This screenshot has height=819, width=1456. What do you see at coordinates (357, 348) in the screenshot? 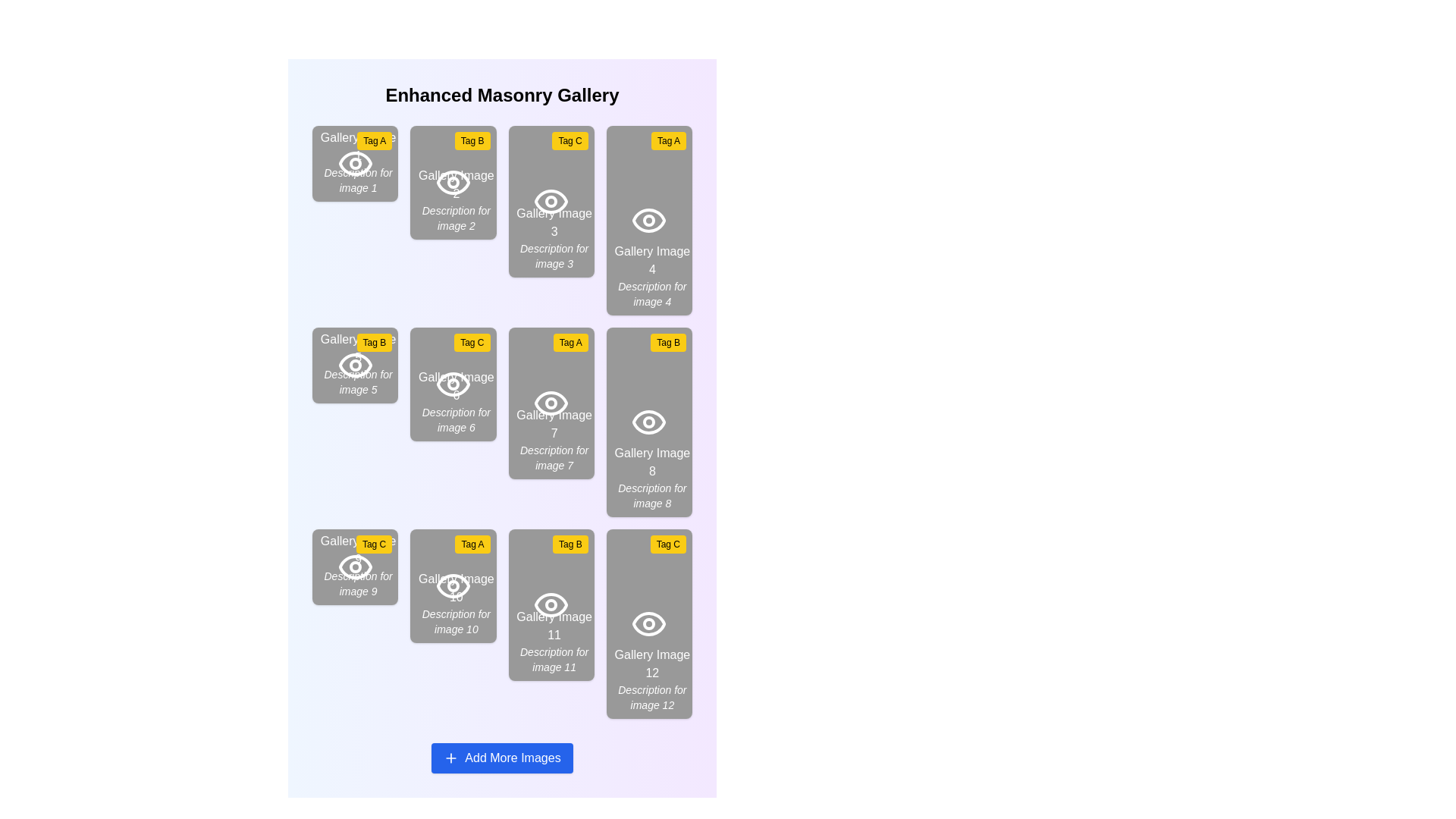
I see `the text label 'Gallery Image 5' which is prominently displayed in bold white font on a gray background, located in the second row, first column of a grid layout` at bounding box center [357, 348].